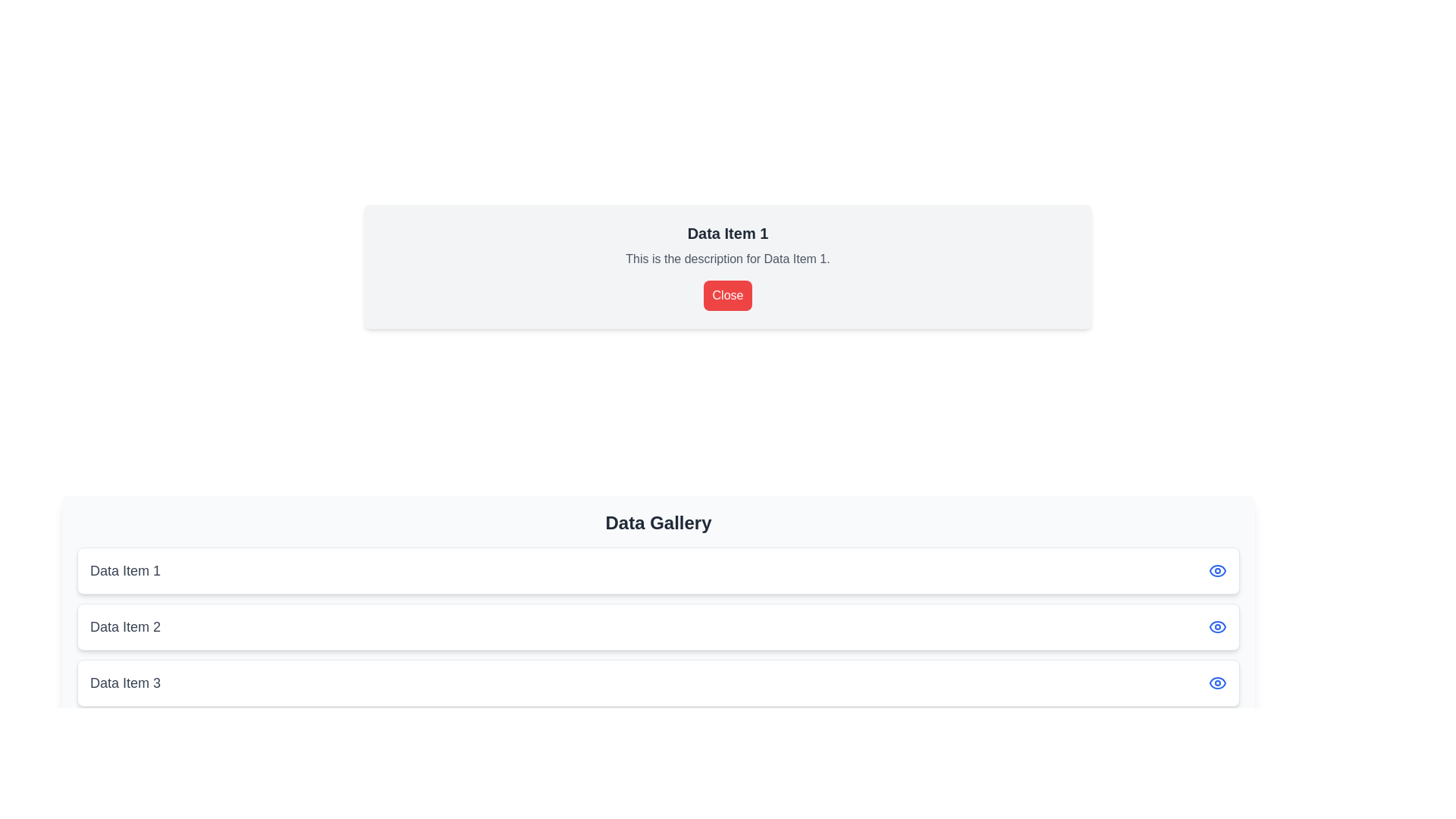 This screenshot has height=819, width=1456. What do you see at coordinates (728, 265) in the screenshot?
I see `the Overlay modal that provides detailed information about 'Data Item 1', which includes a header, description, and a 'Close' button` at bounding box center [728, 265].